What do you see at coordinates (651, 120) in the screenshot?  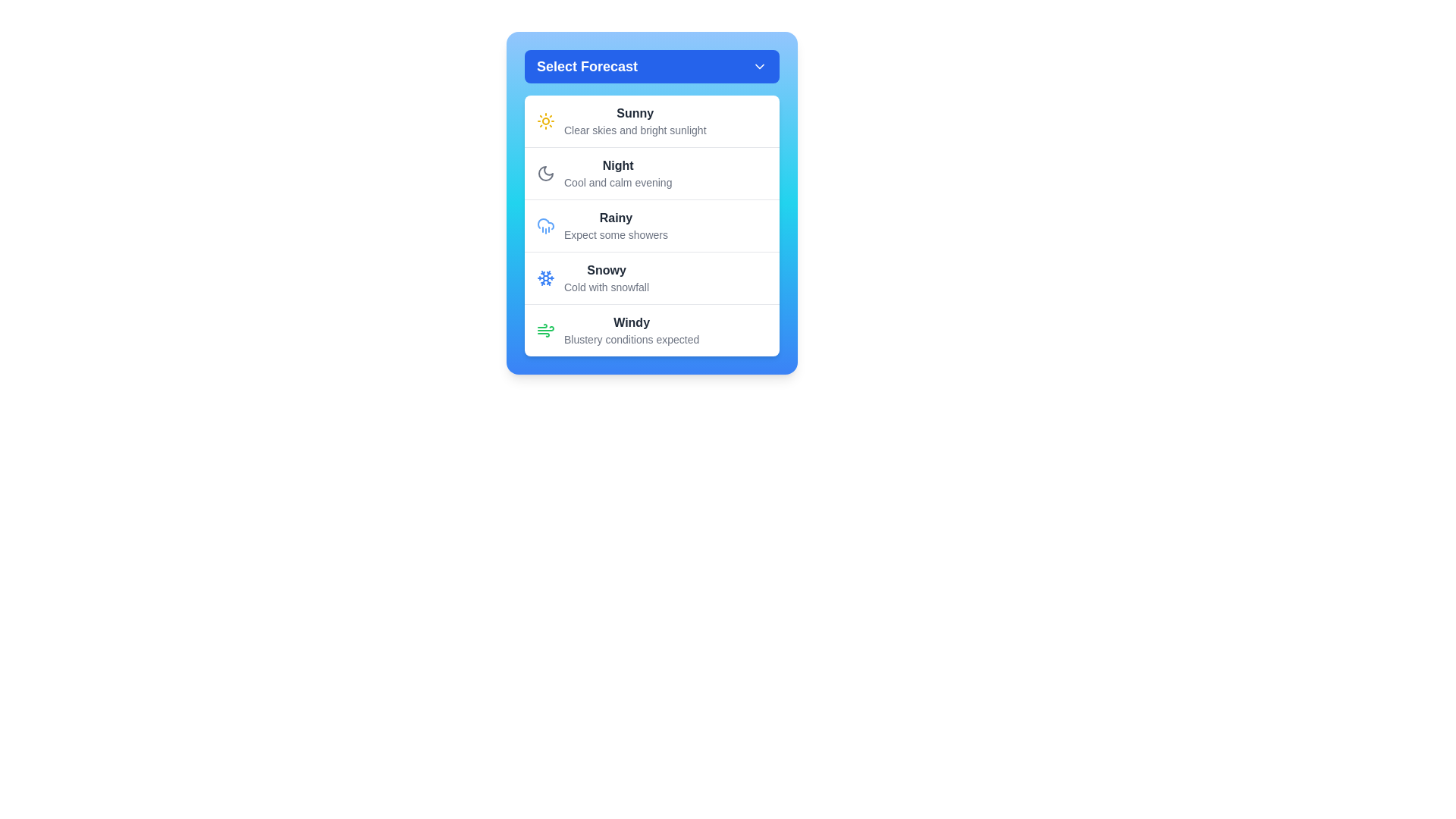 I see `the first list item in the dropdown menu titled 'Select Forecast' with the heading 'Sunny' for keyboard interaction` at bounding box center [651, 120].